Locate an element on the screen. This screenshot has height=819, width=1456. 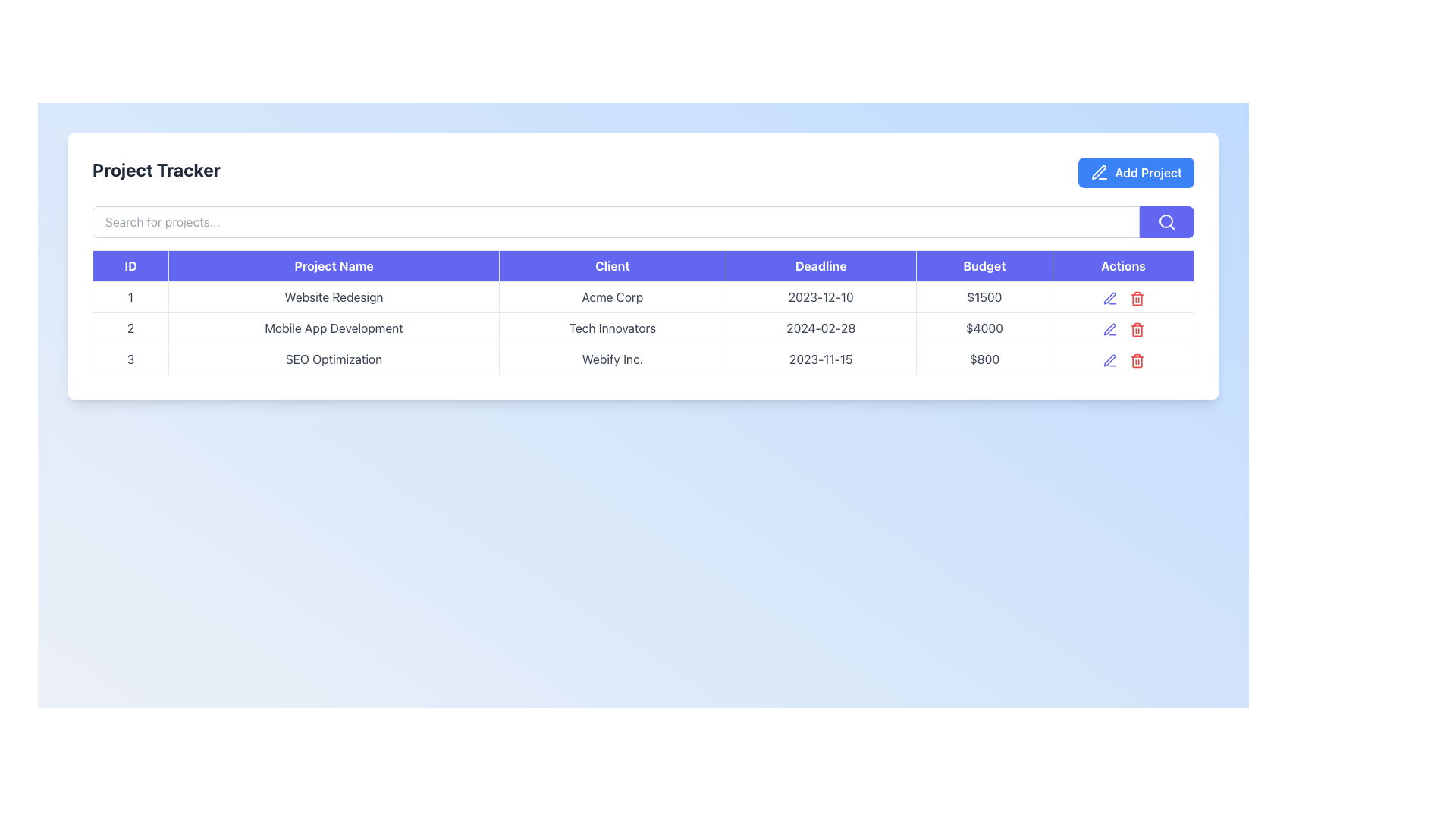
the blue rectangular button labeled 'Add Project' with a pen icon to change its color is located at coordinates (1136, 171).